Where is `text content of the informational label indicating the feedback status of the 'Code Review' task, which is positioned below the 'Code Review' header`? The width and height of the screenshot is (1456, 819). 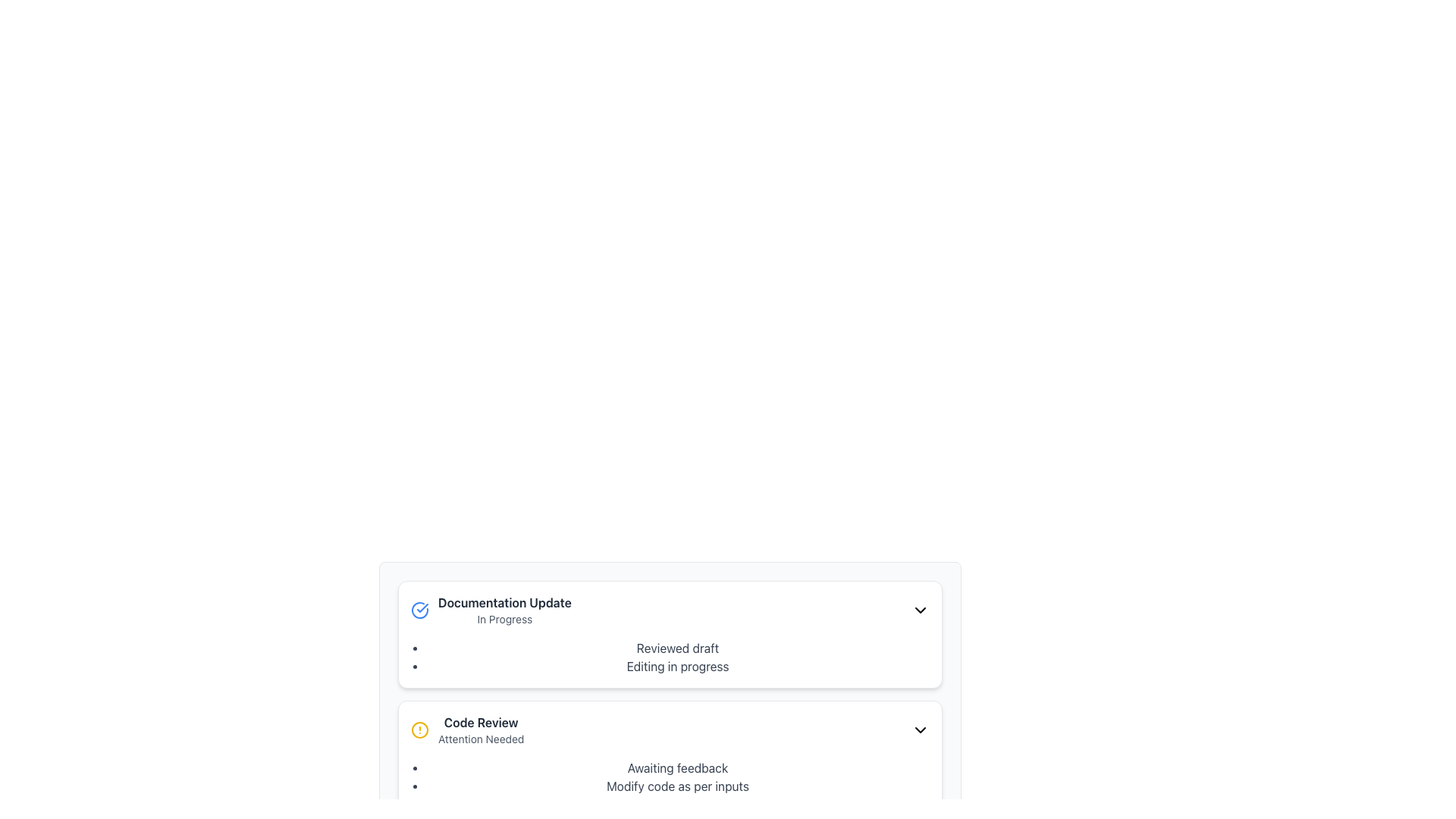 text content of the informational label indicating the feedback status of the 'Code Review' task, which is positioned below the 'Code Review' header is located at coordinates (676, 768).